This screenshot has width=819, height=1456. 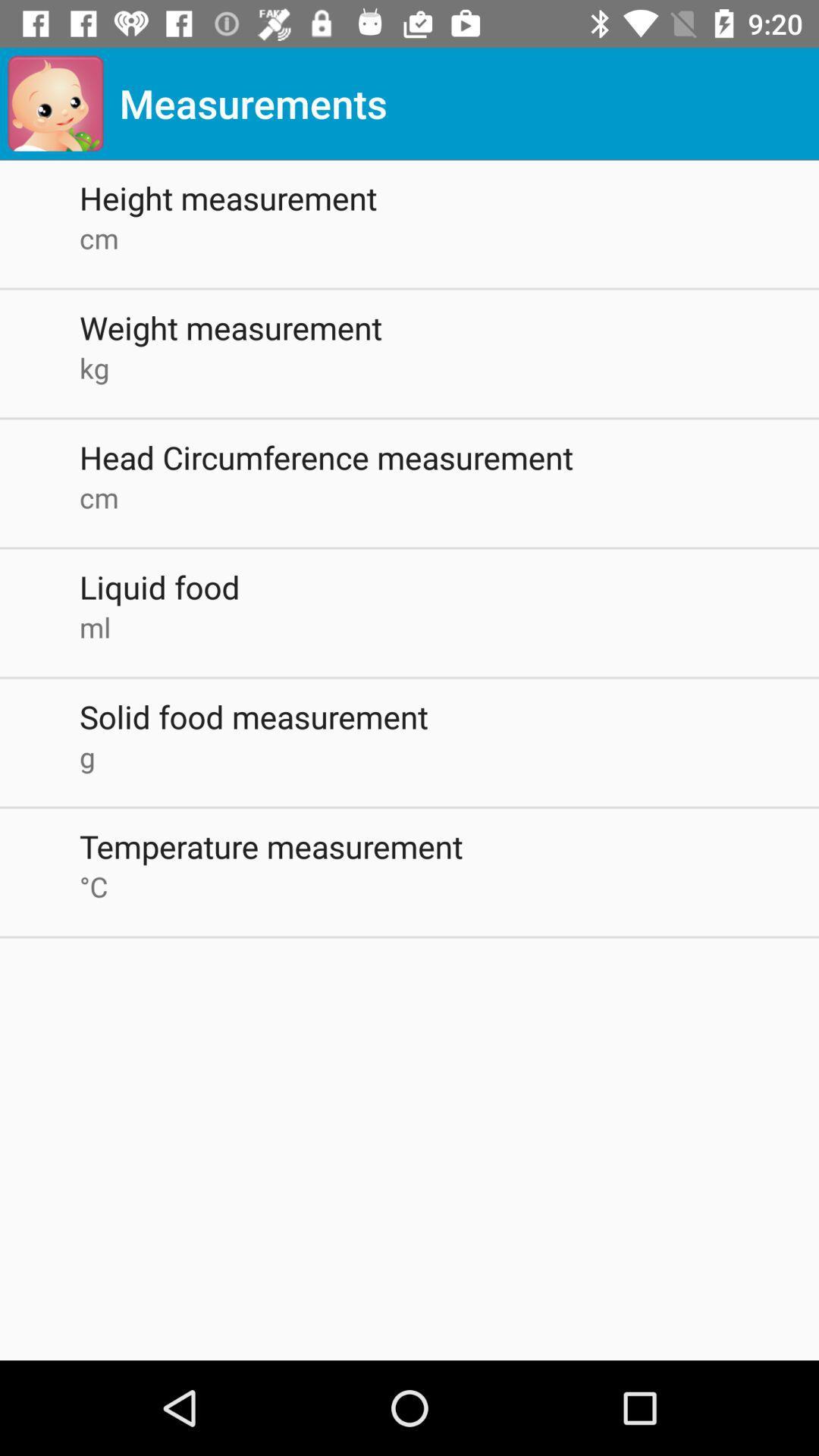 I want to click on icon below the cm icon, so click(x=448, y=327).